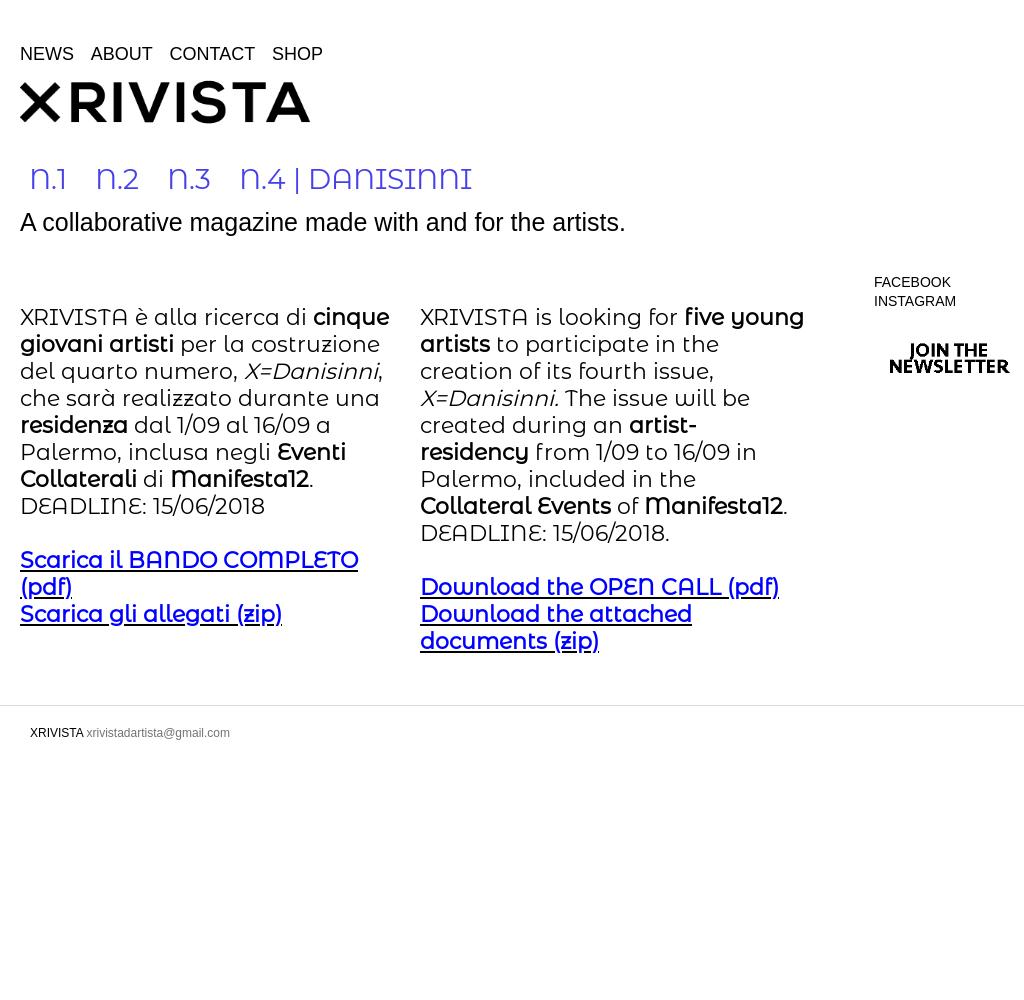 The height and width of the screenshot is (1000, 1024). What do you see at coordinates (914, 301) in the screenshot?
I see `'Instagram'` at bounding box center [914, 301].